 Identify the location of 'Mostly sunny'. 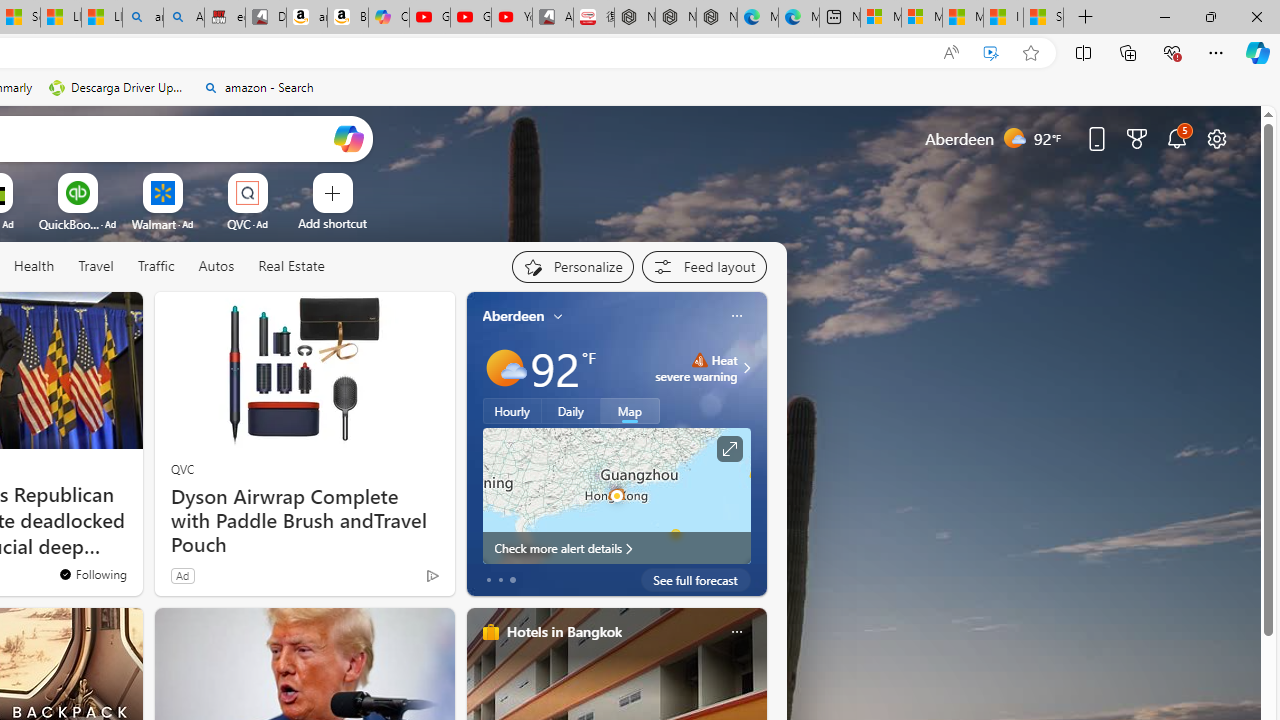
(504, 368).